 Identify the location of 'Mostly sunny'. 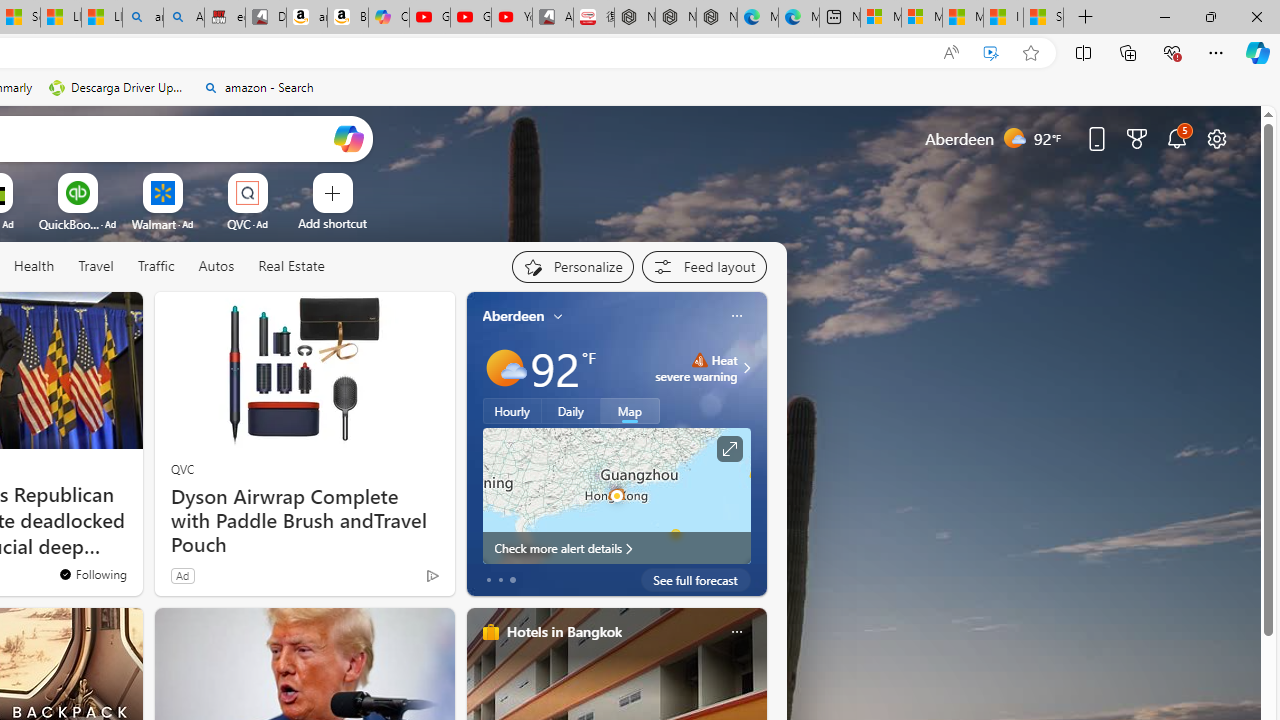
(504, 368).